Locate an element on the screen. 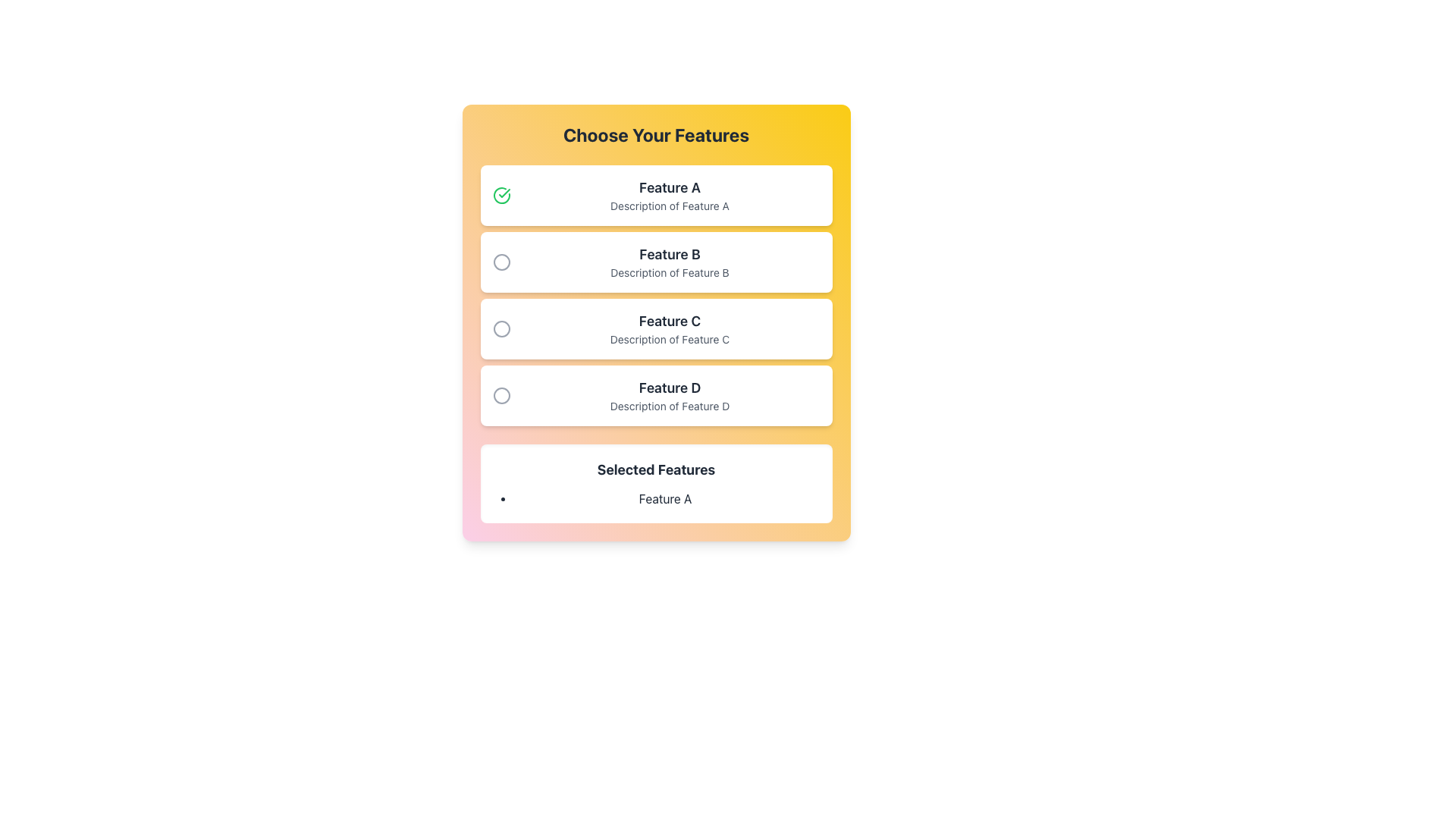  the text label displaying 'Feature A' styled with a bullet point and located under the 'Selected Features' heading is located at coordinates (665, 499).